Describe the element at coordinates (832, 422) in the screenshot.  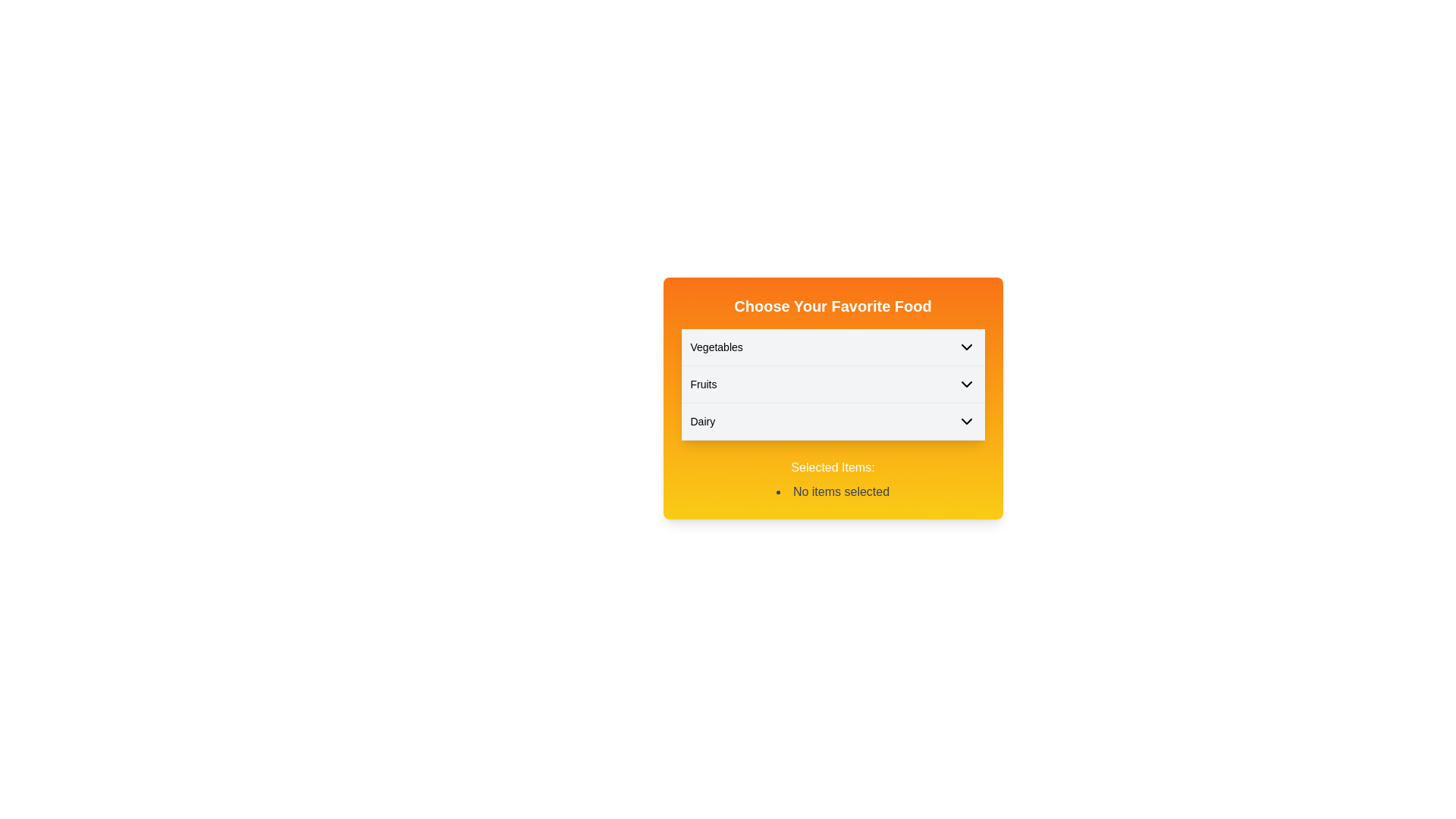
I see `the third option in the dropdown menu related to 'Dairy'` at that location.